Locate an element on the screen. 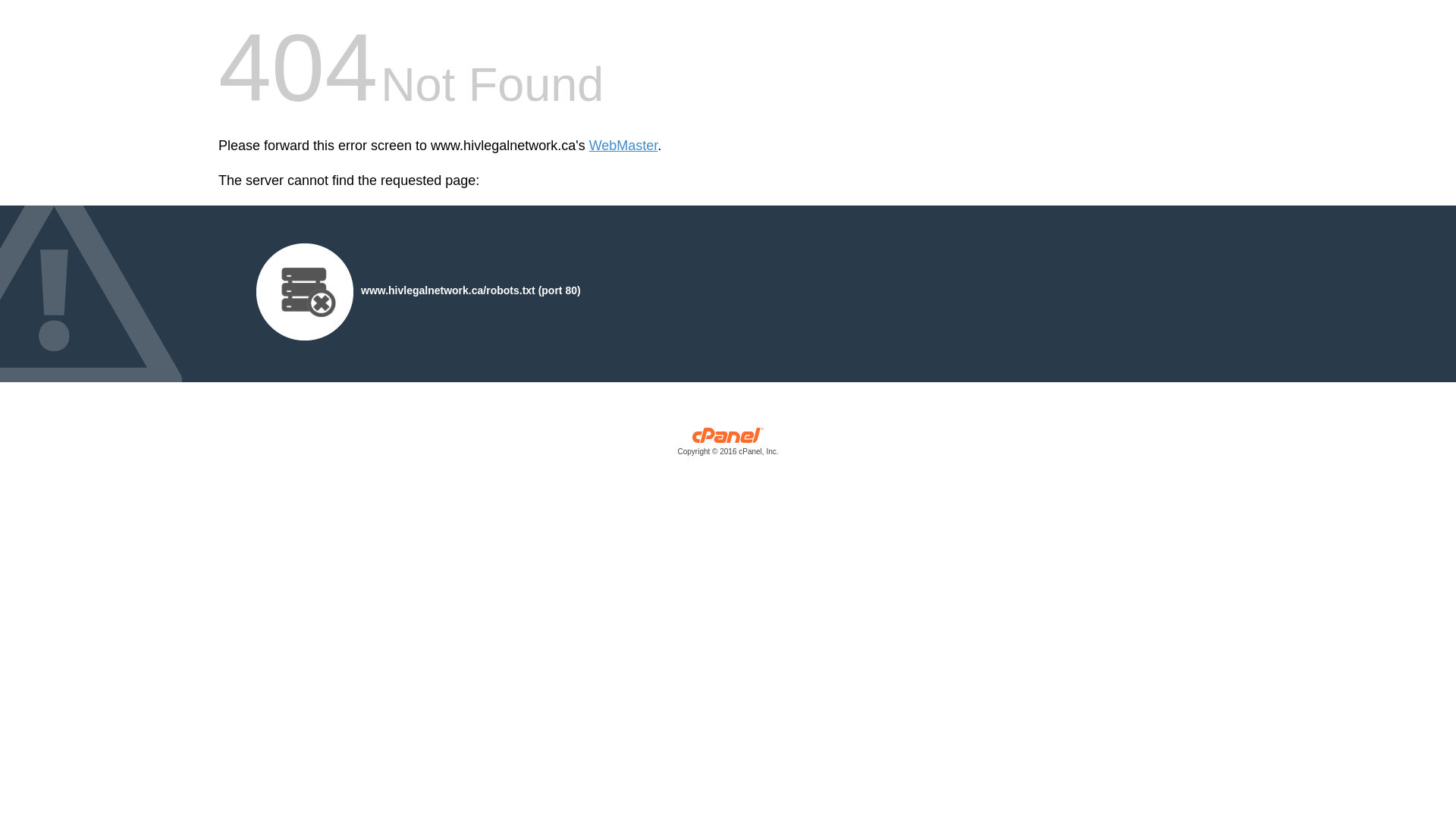 This screenshot has width=1456, height=819. 'WebMaster' is located at coordinates (623, 146).